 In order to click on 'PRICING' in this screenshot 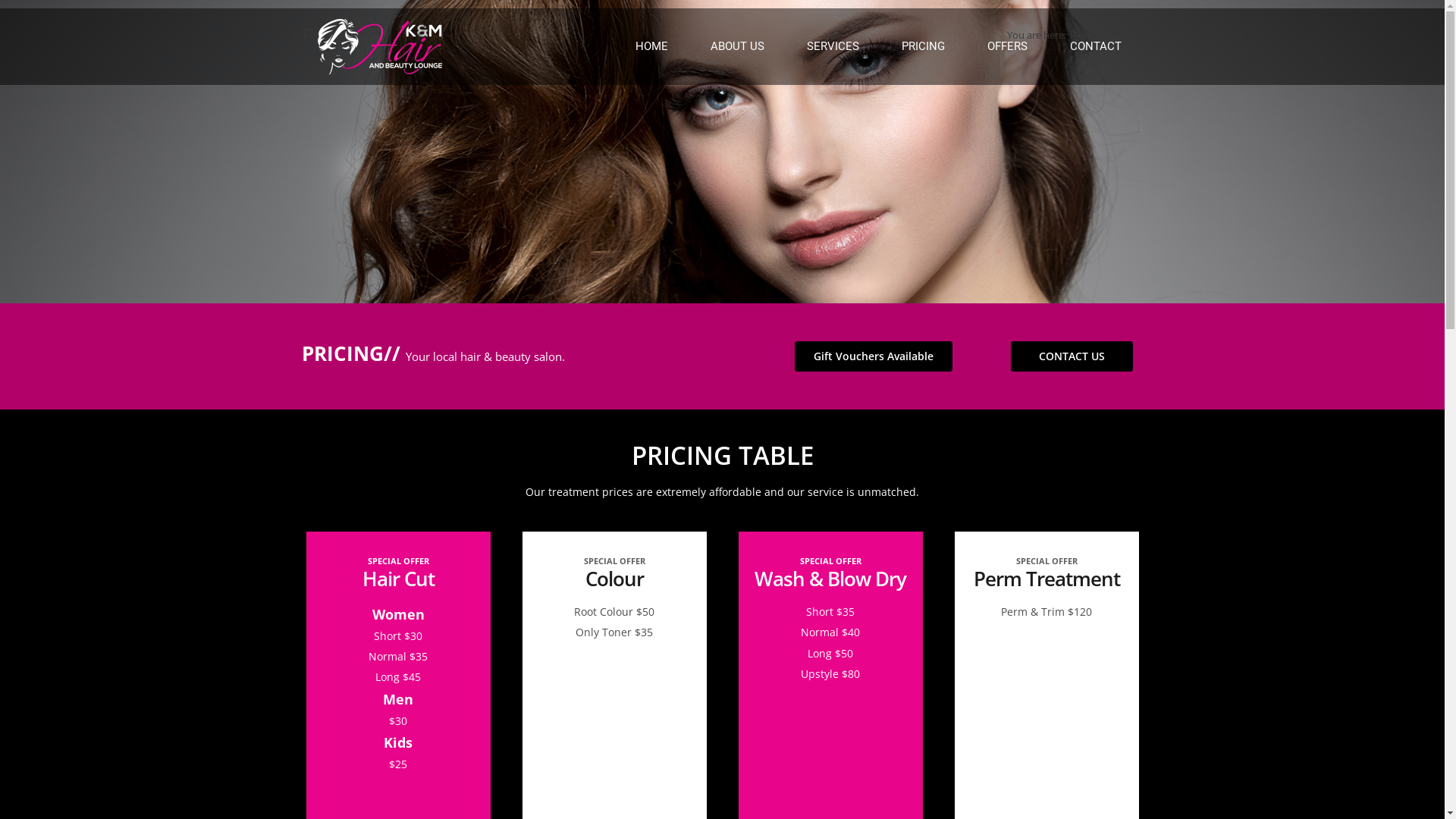, I will do `click(921, 45)`.